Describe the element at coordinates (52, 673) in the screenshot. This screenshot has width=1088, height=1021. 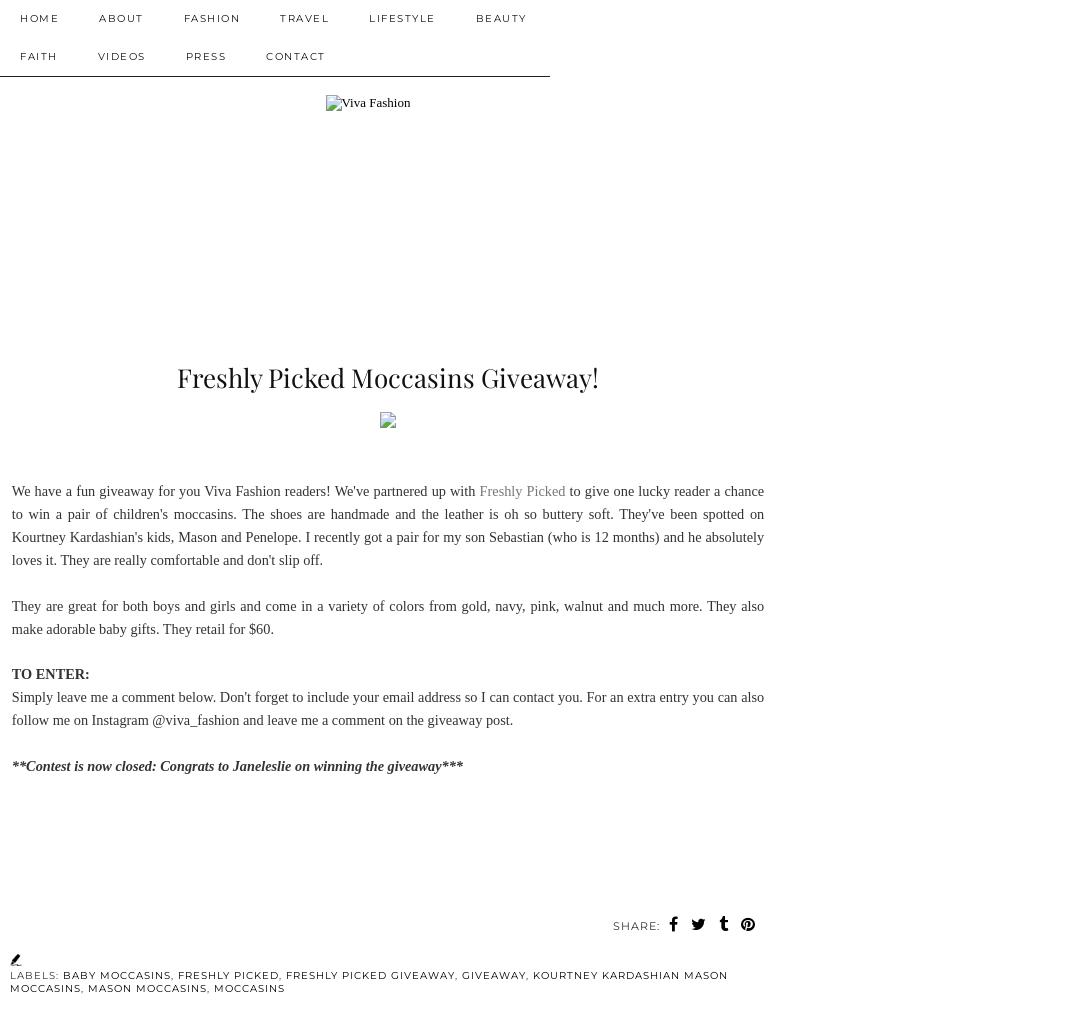
I see `'TO ENTER:'` at that location.